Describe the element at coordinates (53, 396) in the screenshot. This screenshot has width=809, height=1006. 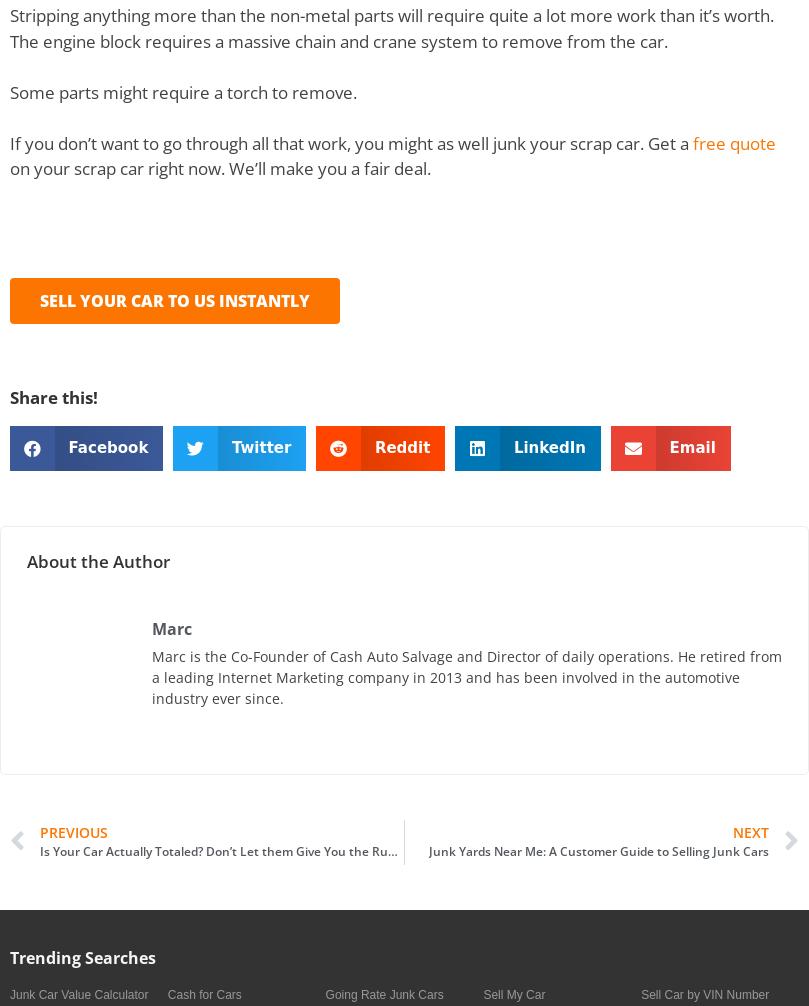
I see `'Share this!'` at that location.